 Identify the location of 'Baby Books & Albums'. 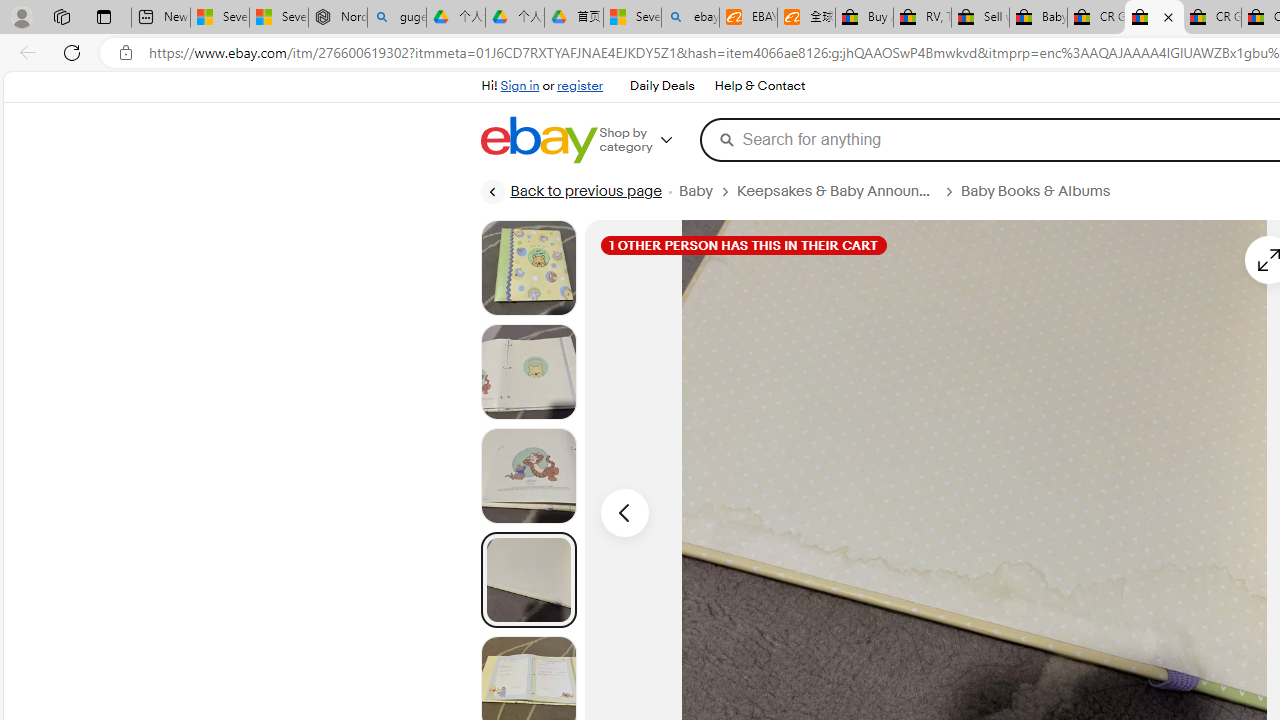
(1042, 191).